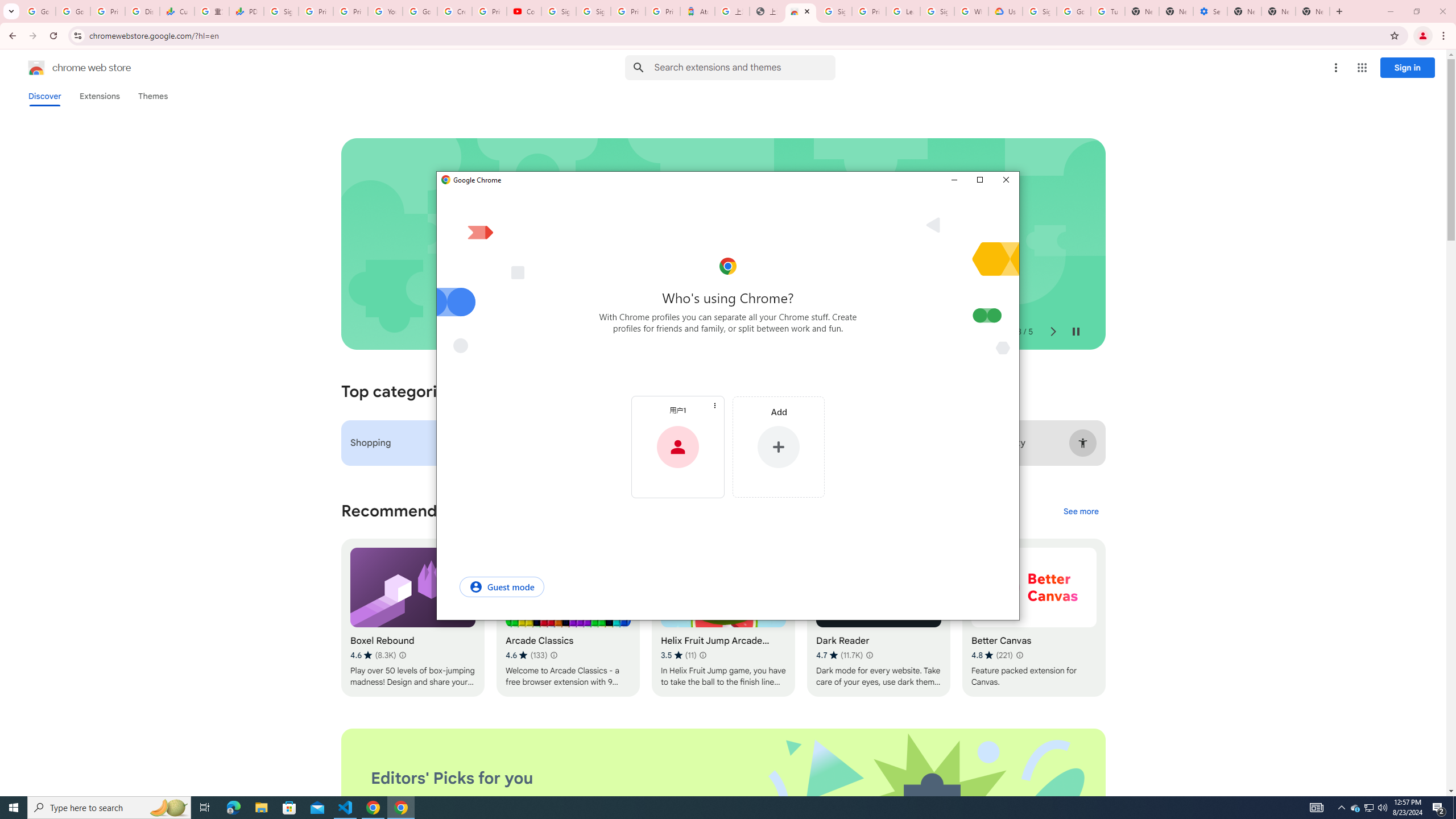 The height and width of the screenshot is (819, 1456). What do you see at coordinates (524, 11) in the screenshot?
I see `'Content Creator Programs & Opportunities - YouTube Creators'` at bounding box center [524, 11].